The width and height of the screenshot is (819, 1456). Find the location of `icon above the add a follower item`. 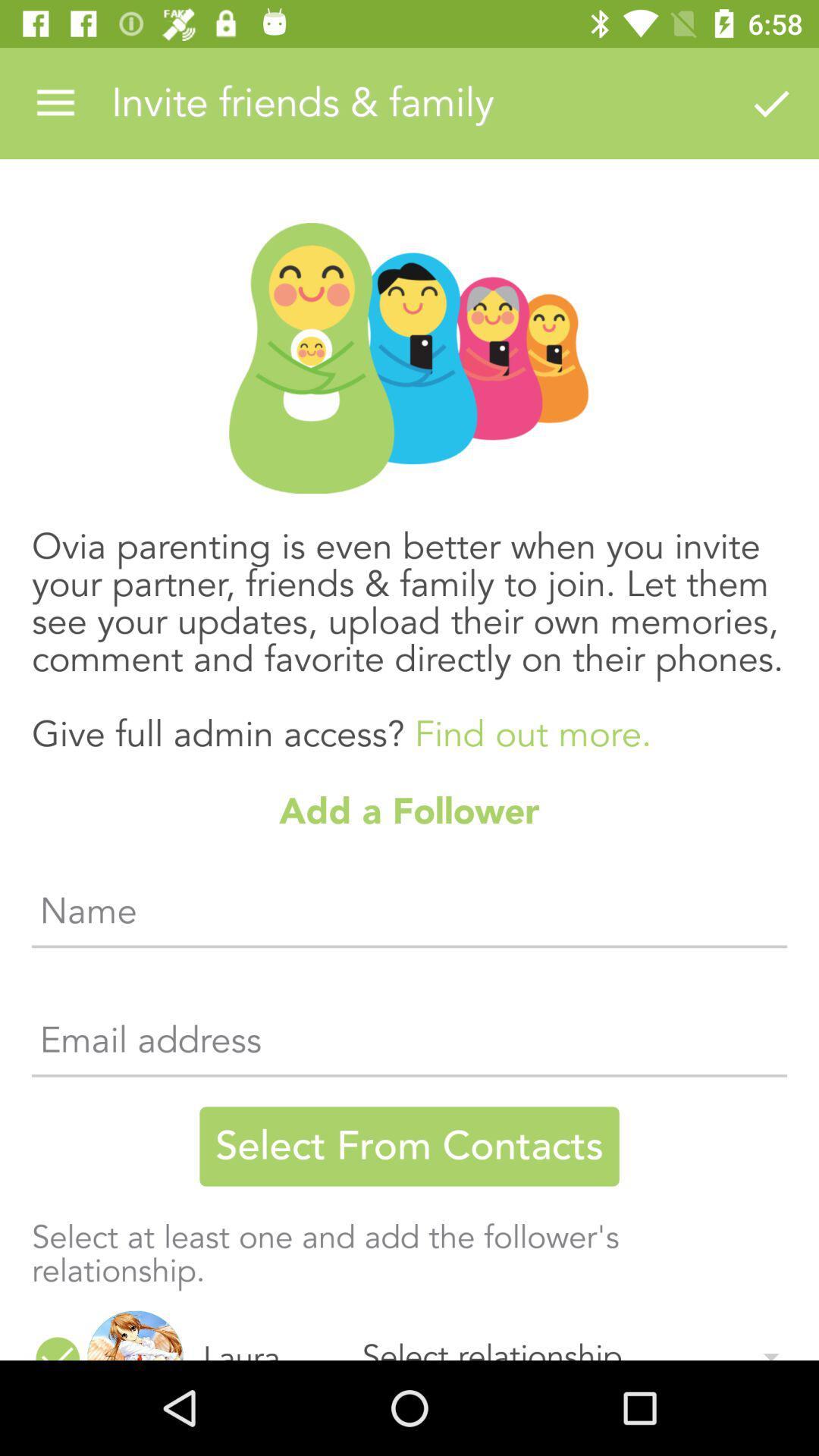

icon above the add a follower item is located at coordinates (409, 625).